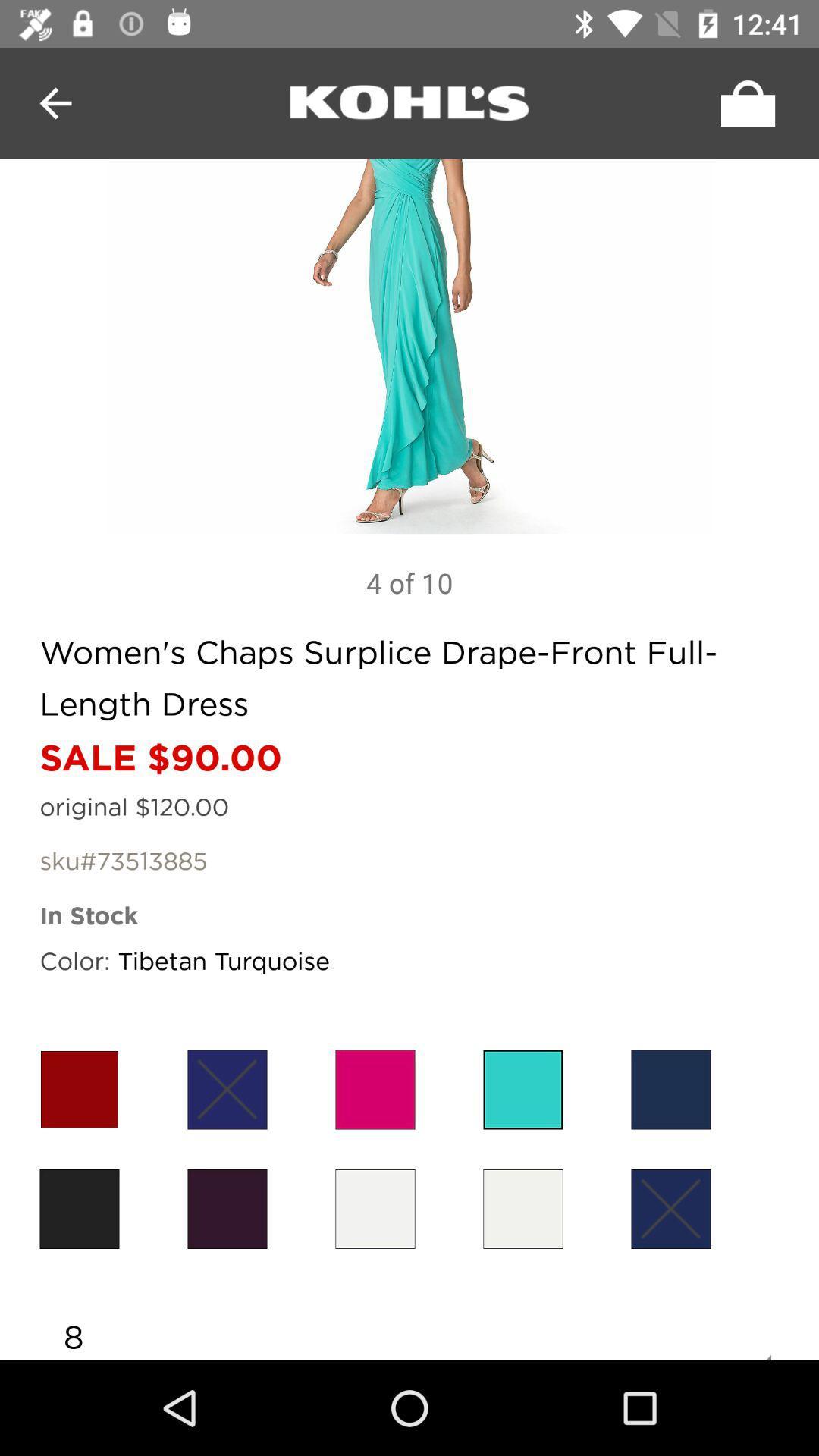 The height and width of the screenshot is (1456, 819). I want to click on cart, so click(743, 102).